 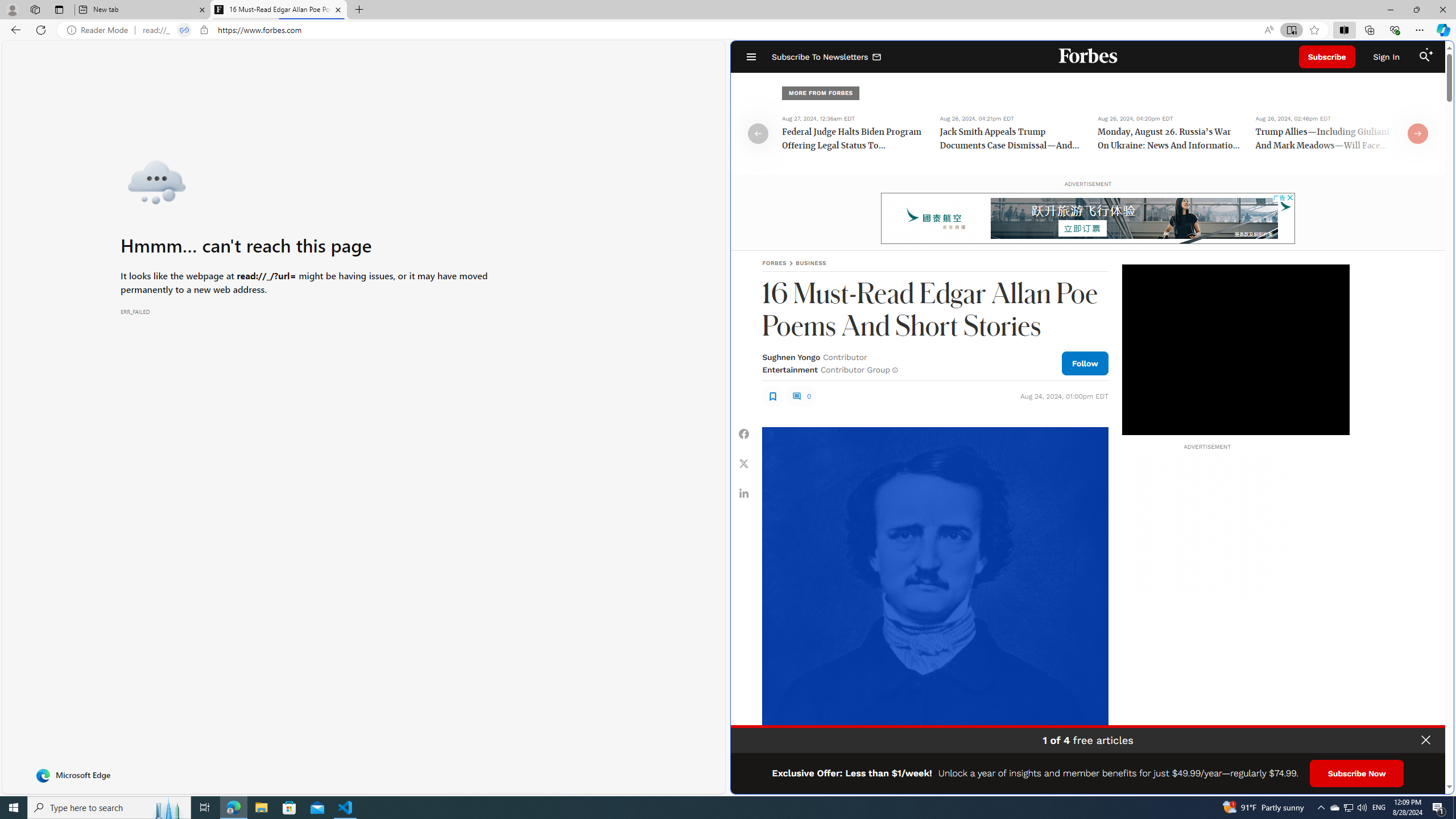 What do you see at coordinates (1417, 133) in the screenshot?
I see `'Class: fs-icon fs-icon--arrow-right'` at bounding box center [1417, 133].